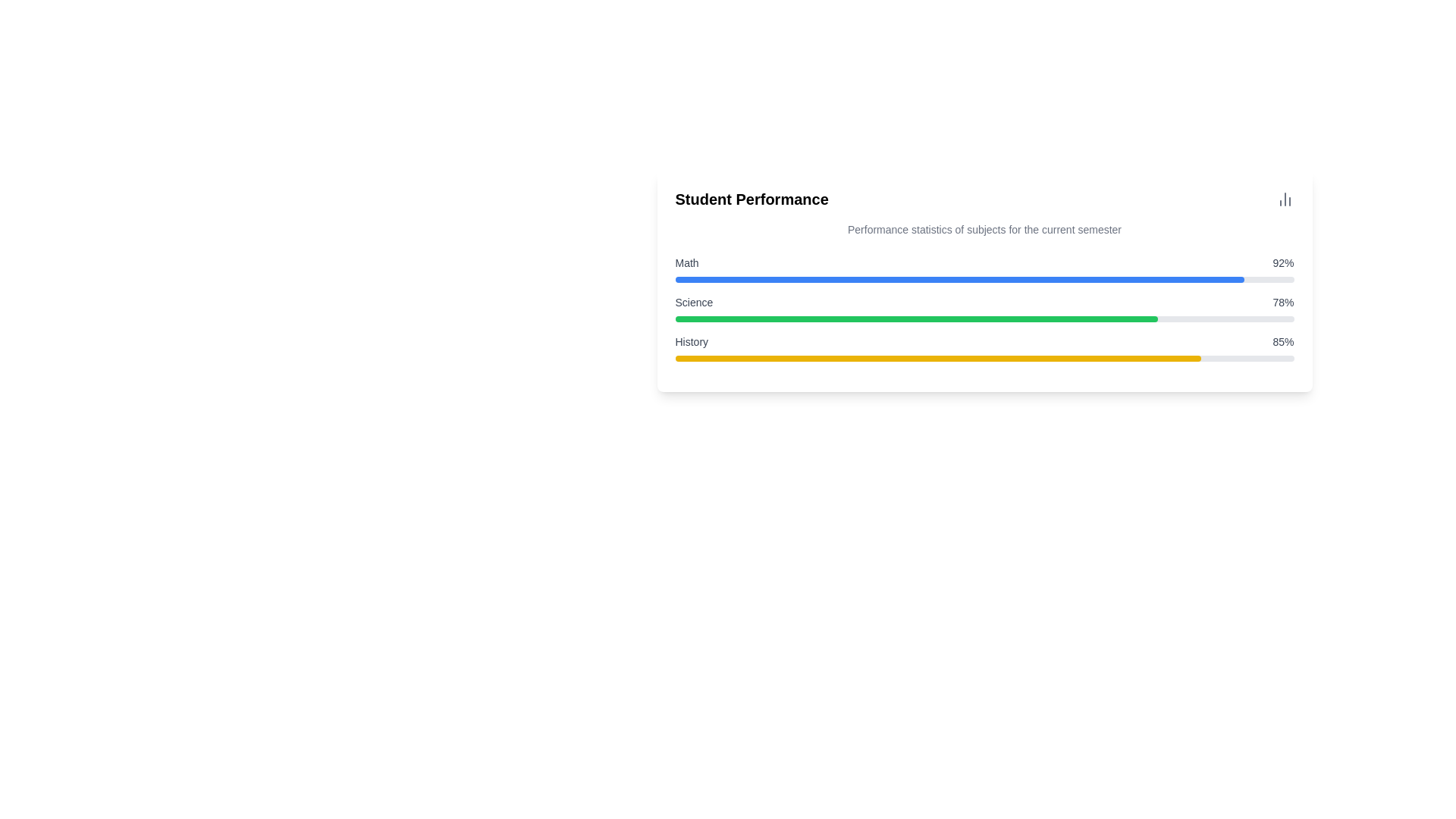 Image resolution: width=1456 pixels, height=819 pixels. Describe the element at coordinates (984, 268) in the screenshot. I see `the interactive labels of the first progress bar under the heading 'Student Performance' which visually represents the performance score in mathematics` at that location.